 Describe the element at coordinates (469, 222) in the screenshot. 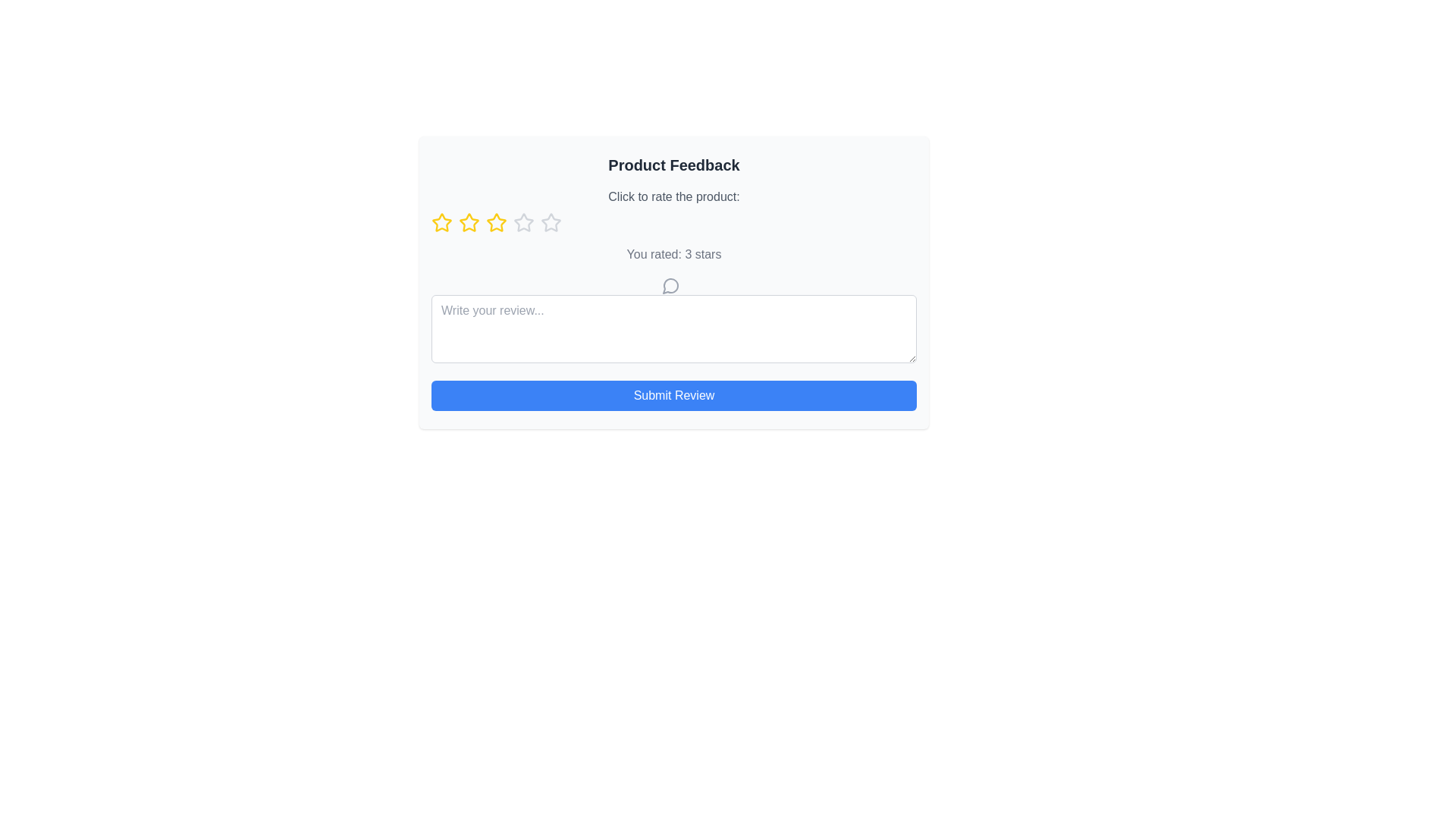

I see `the third star icon in the rating system` at that location.